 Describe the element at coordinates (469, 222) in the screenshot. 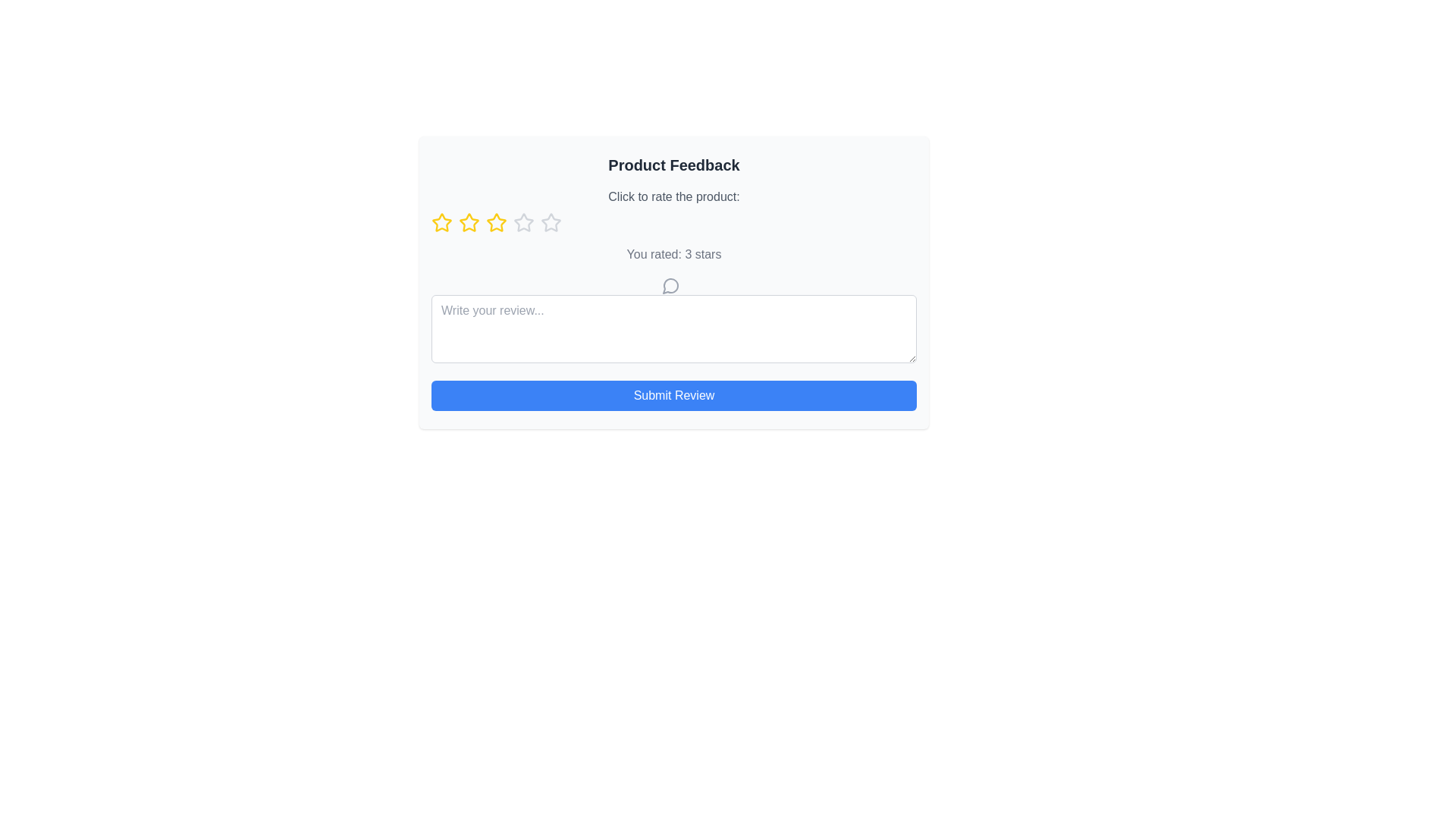

I see `the third star icon in the rating system` at that location.